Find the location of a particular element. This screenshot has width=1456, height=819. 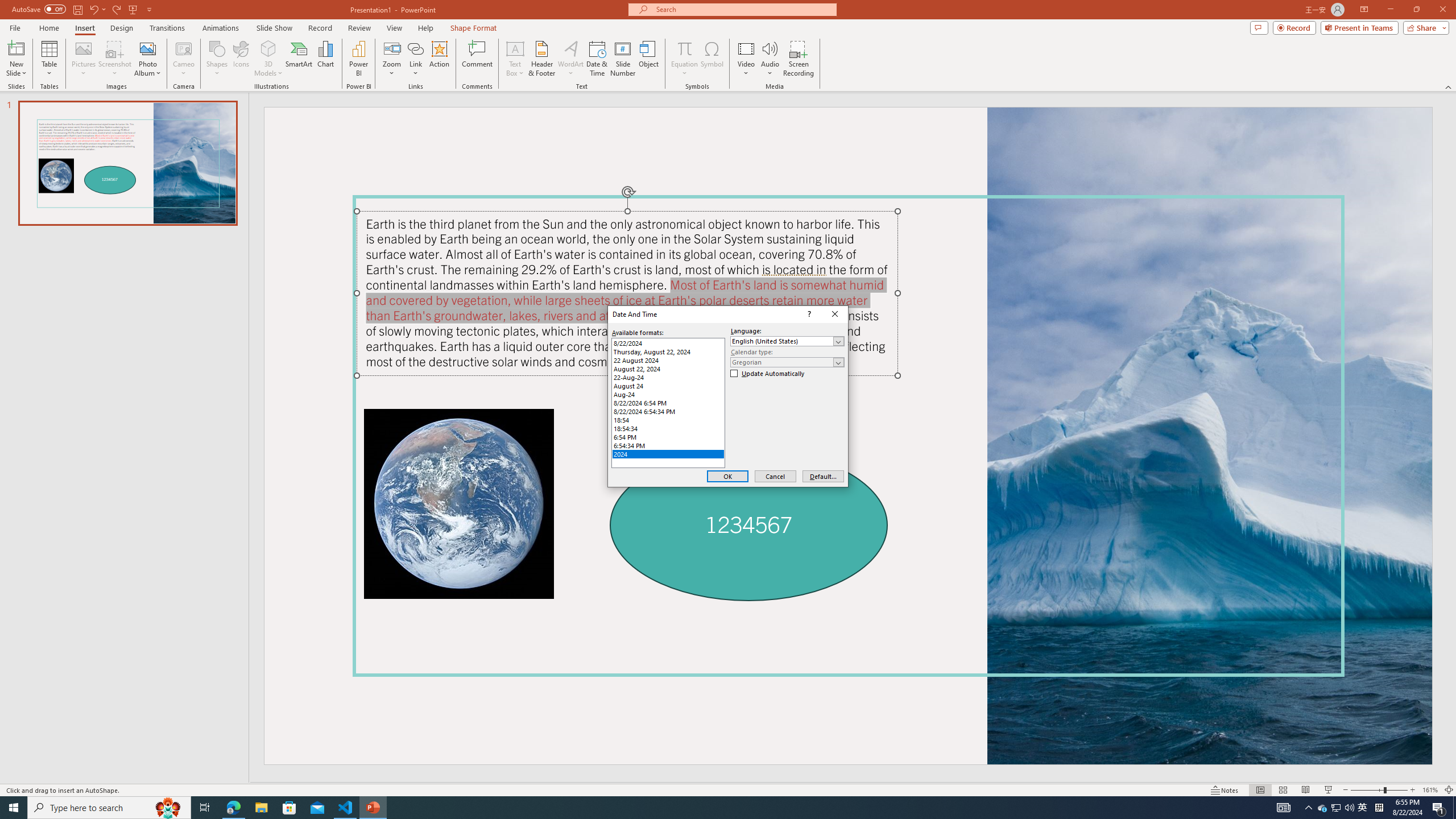

'Power BI' is located at coordinates (359, 59).